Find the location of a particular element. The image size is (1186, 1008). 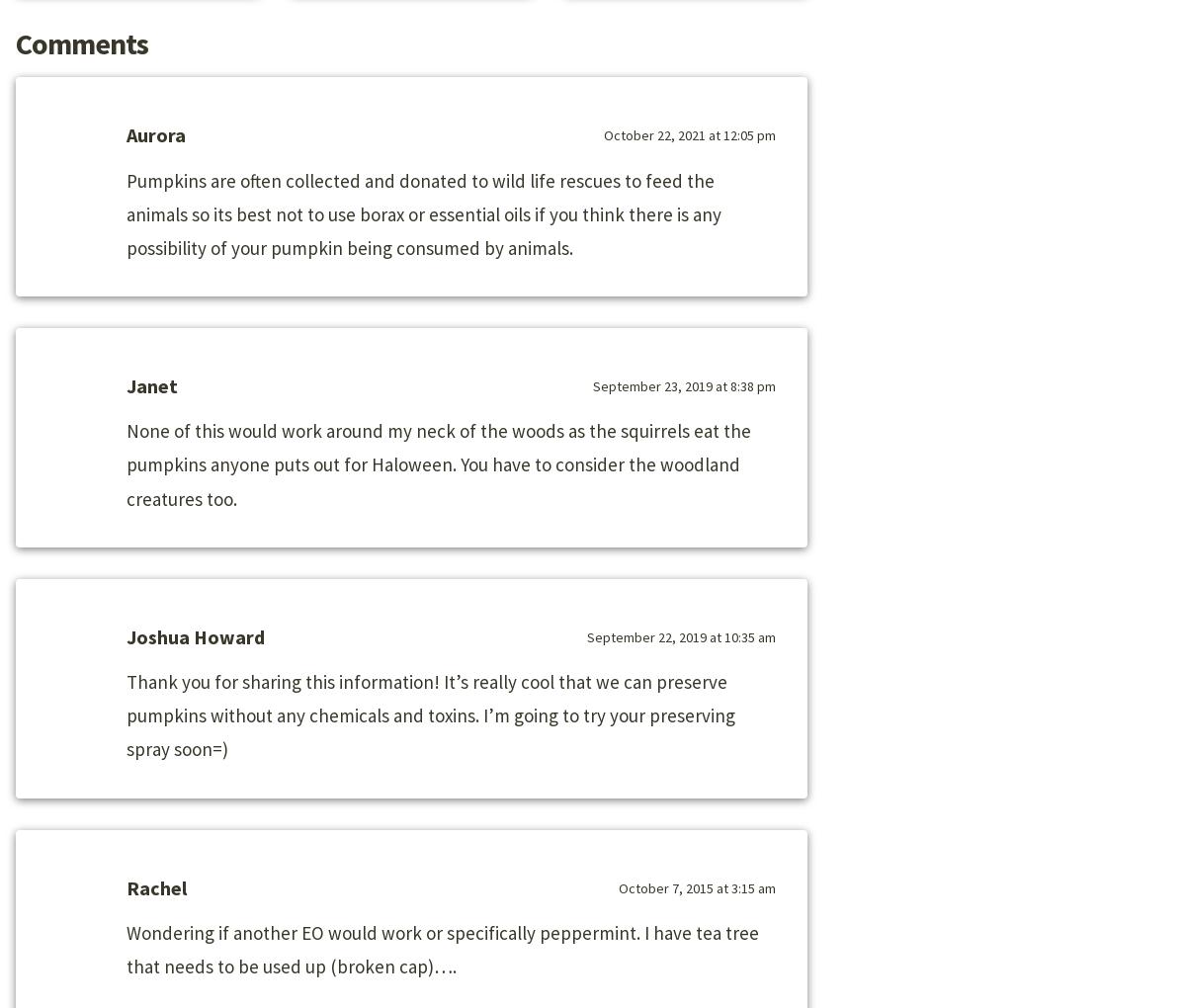

'Wondering if another EO would work or specifically peppermint. I have tea tree that needs to be used up (broken cap)….' is located at coordinates (442, 948).